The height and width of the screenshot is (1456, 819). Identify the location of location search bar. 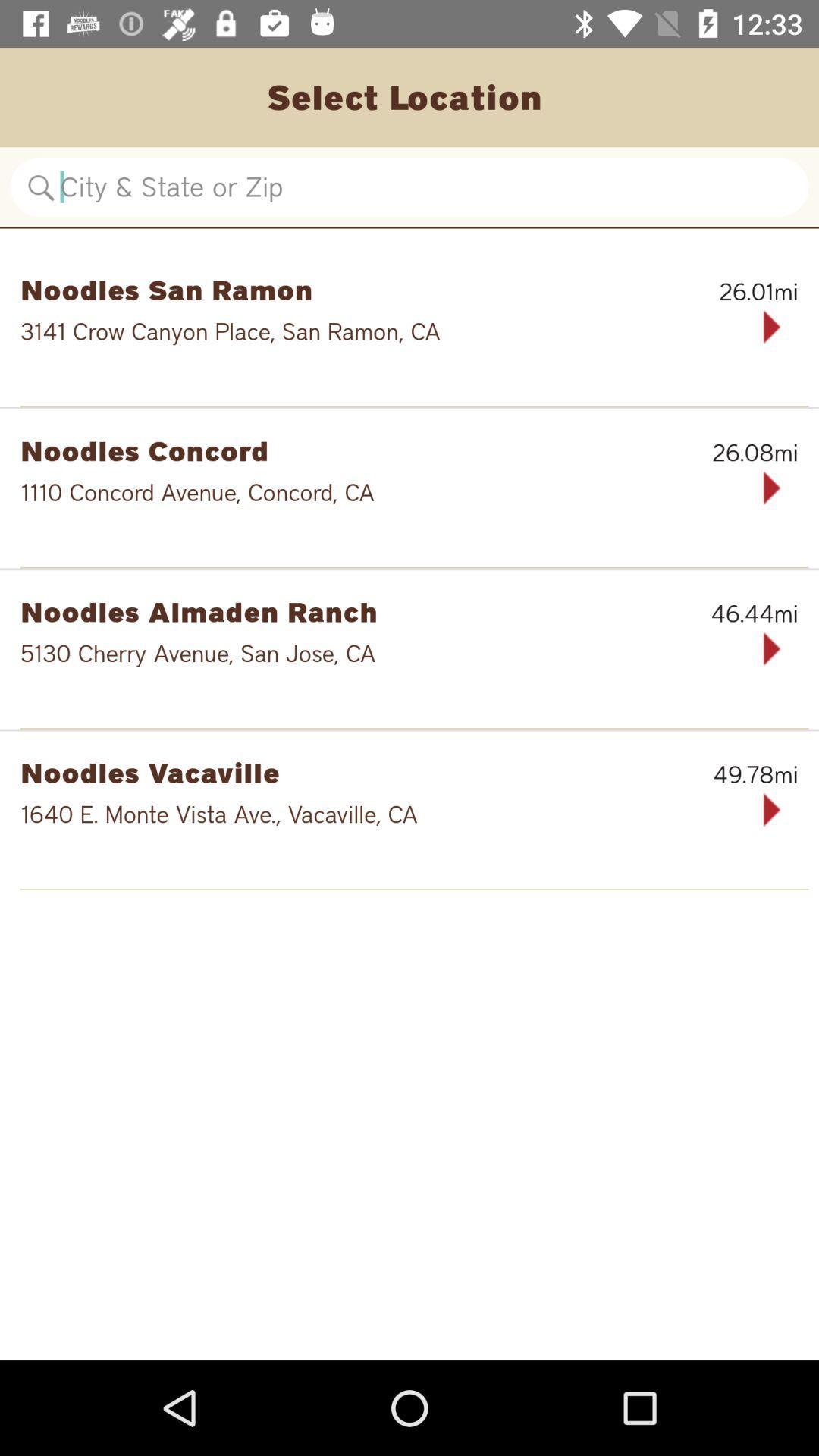
(409, 186).